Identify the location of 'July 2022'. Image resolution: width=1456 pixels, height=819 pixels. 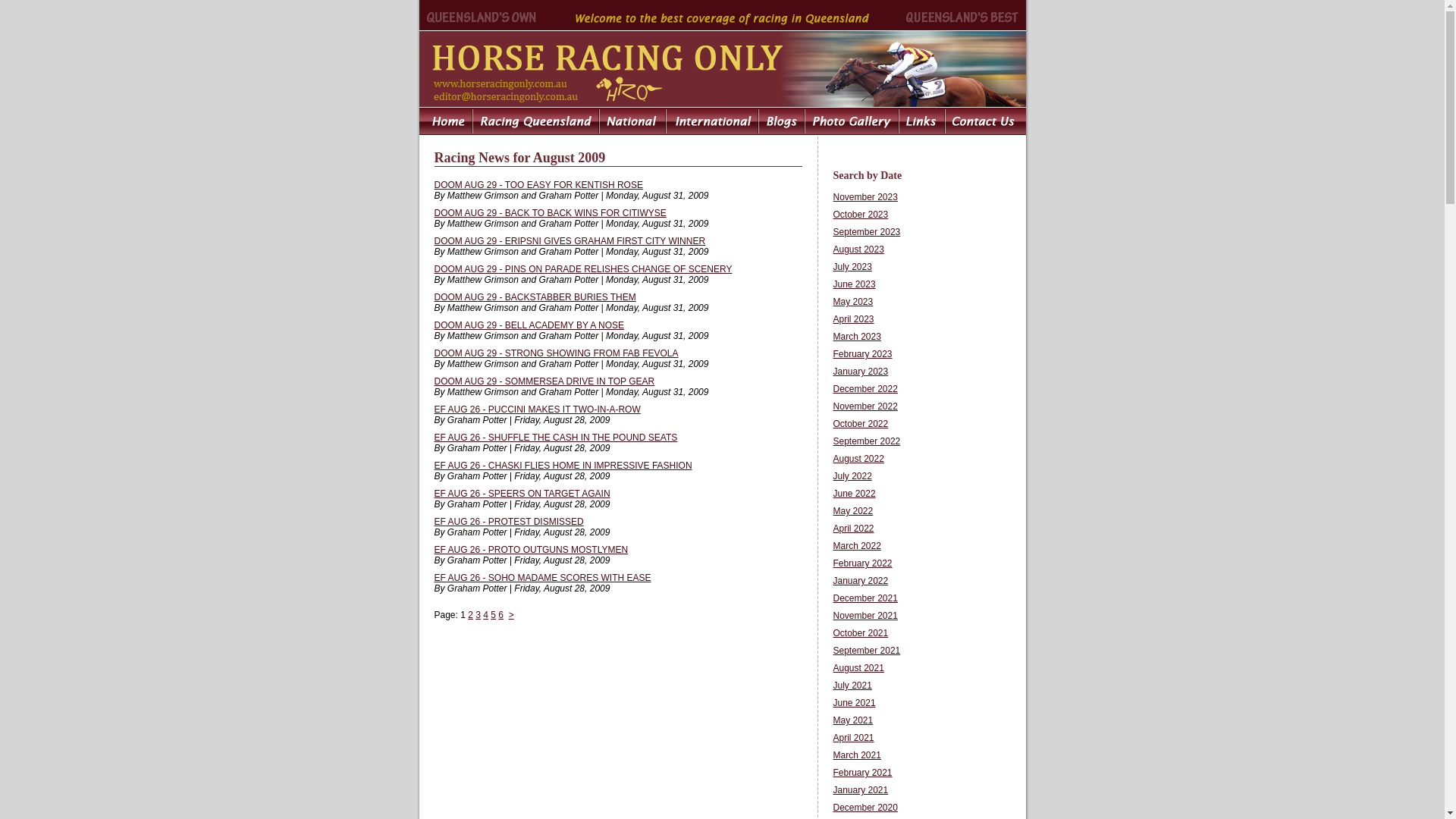
(852, 475).